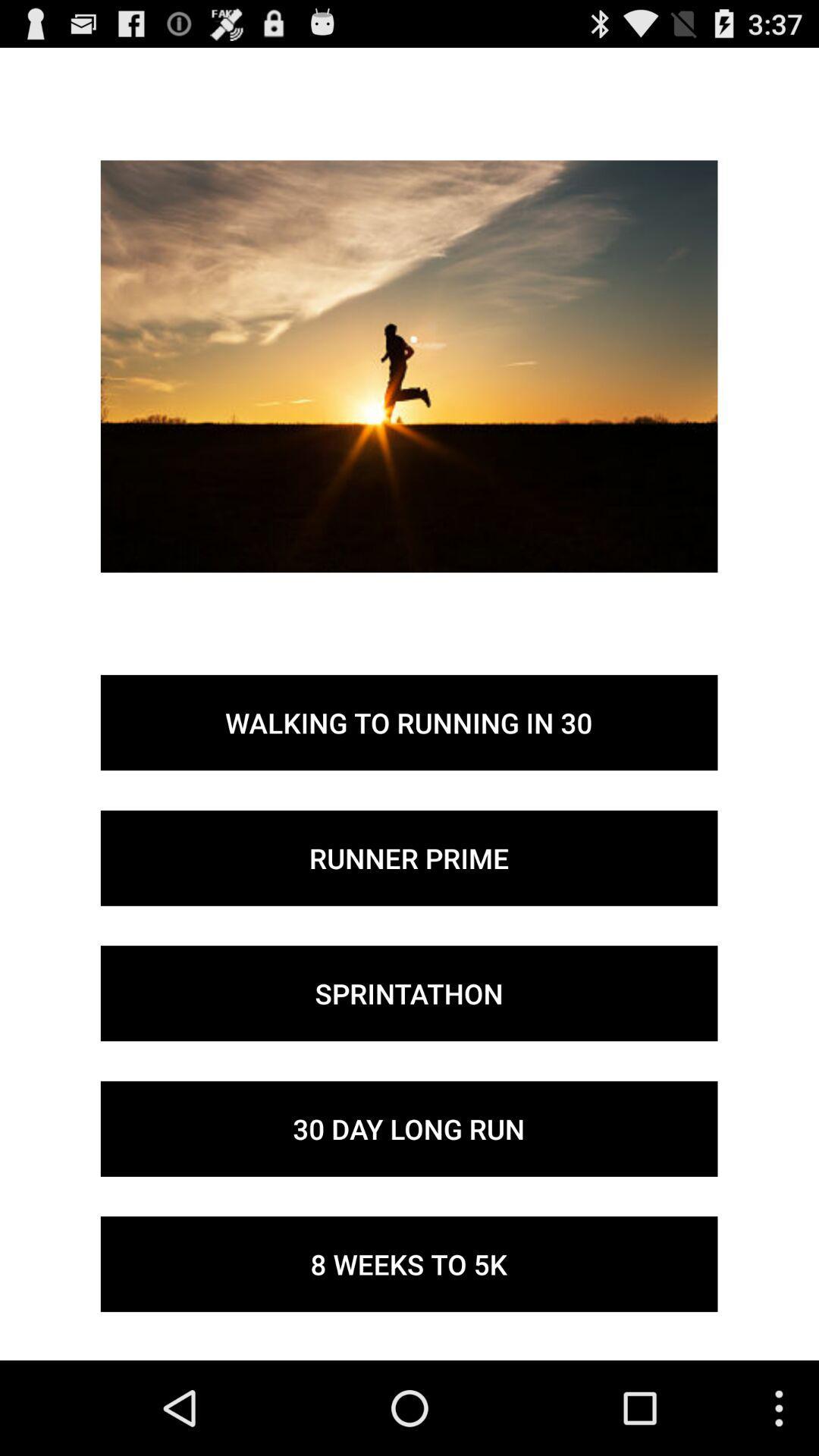 The width and height of the screenshot is (819, 1456). What do you see at coordinates (408, 1128) in the screenshot?
I see `30 day long icon` at bounding box center [408, 1128].